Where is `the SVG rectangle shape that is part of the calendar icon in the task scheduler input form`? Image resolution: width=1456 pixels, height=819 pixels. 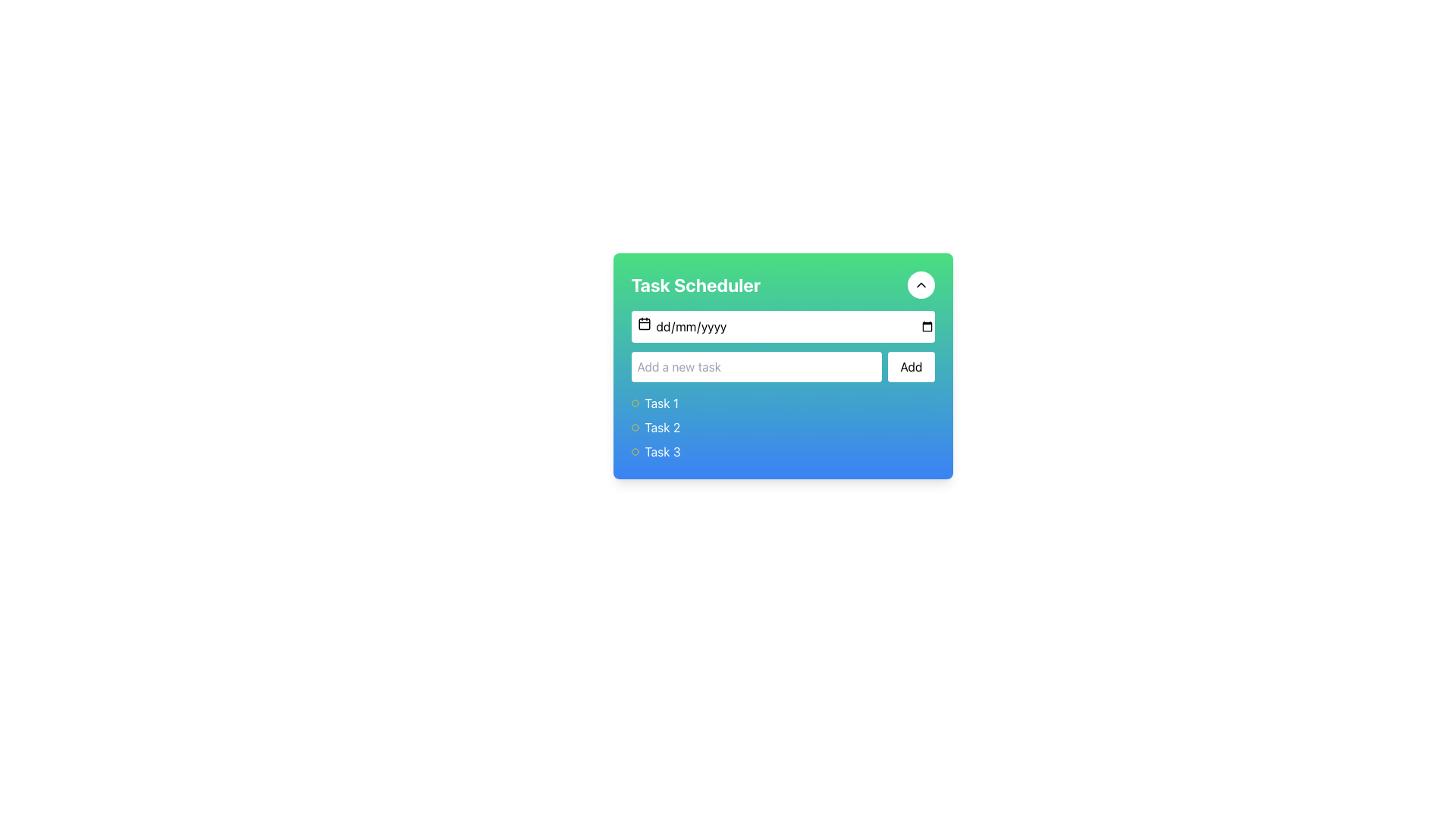
the SVG rectangle shape that is part of the calendar icon in the task scheduler input form is located at coordinates (644, 323).